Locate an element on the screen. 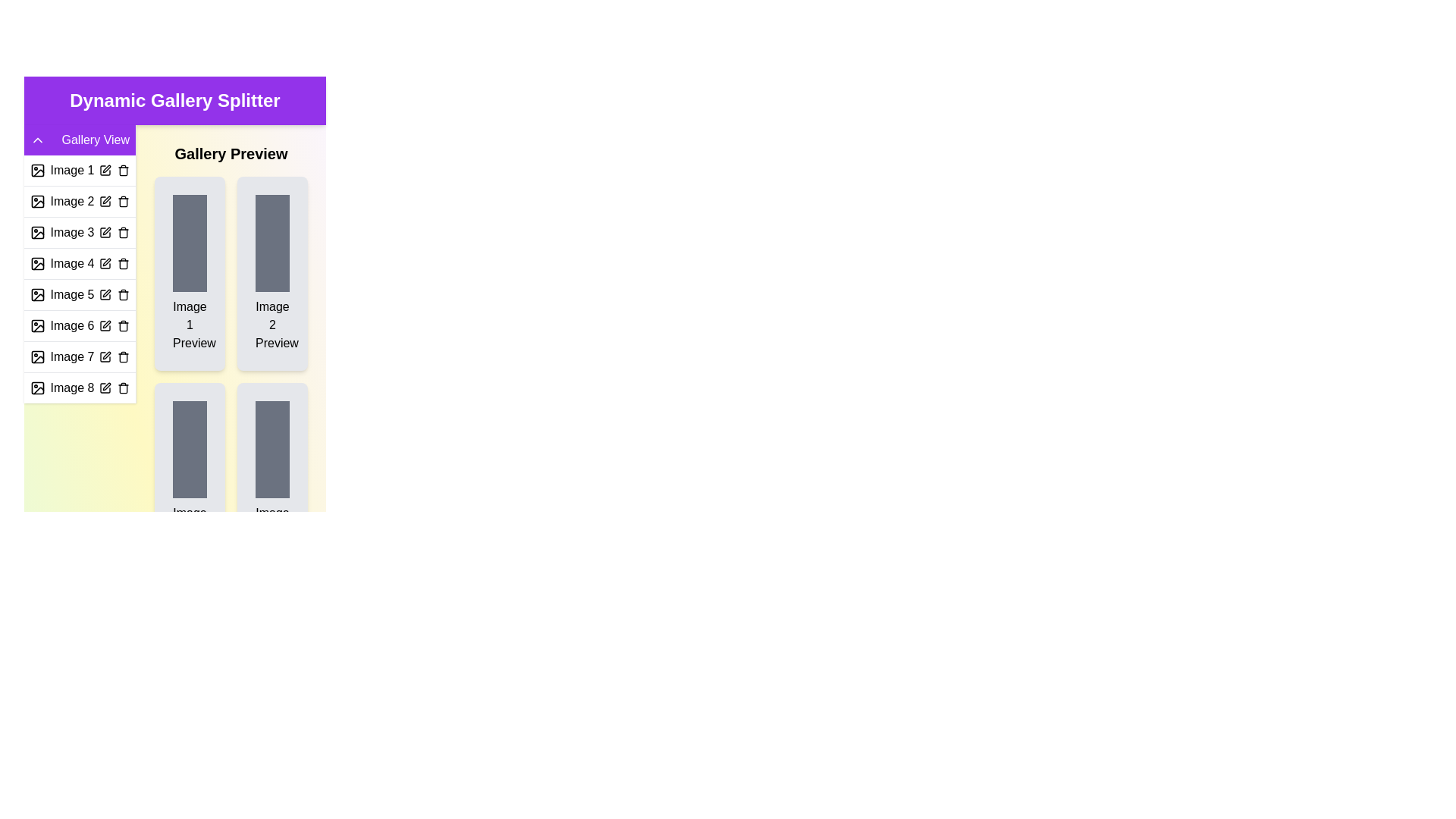 The height and width of the screenshot is (819, 1456). the Collapsible Section Header labeled 'Gallery View' with a deep purple background and a white chevron icon is located at coordinates (79, 140).